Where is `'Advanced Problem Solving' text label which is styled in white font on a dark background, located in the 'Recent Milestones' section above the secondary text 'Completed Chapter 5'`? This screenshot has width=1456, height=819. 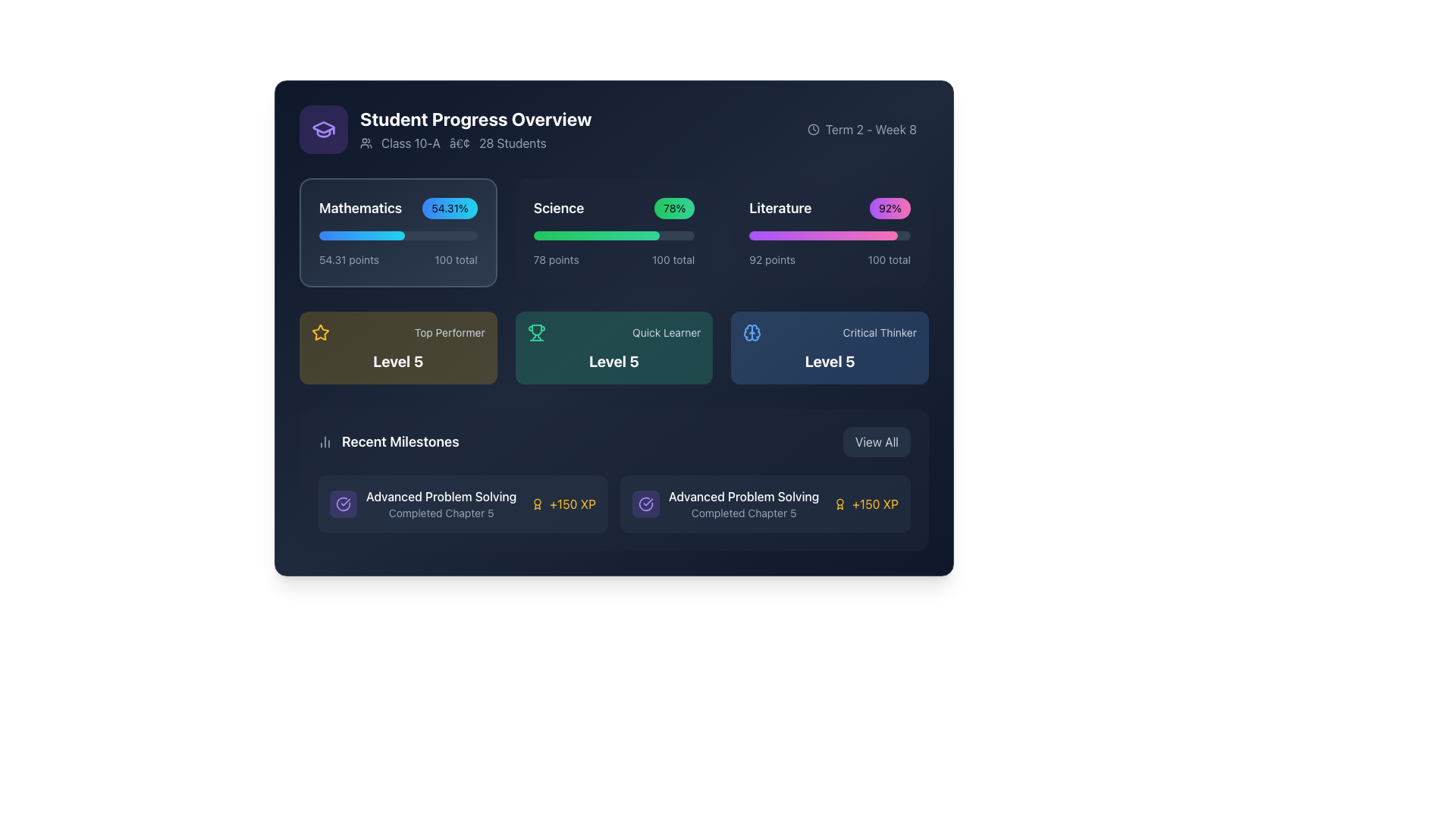
'Advanced Problem Solving' text label which is styled in white font on a dark background, located in the 'Recent Milestones' section above the secondary text 'Completed Chapter 5' is located at coordinates (441, 497).